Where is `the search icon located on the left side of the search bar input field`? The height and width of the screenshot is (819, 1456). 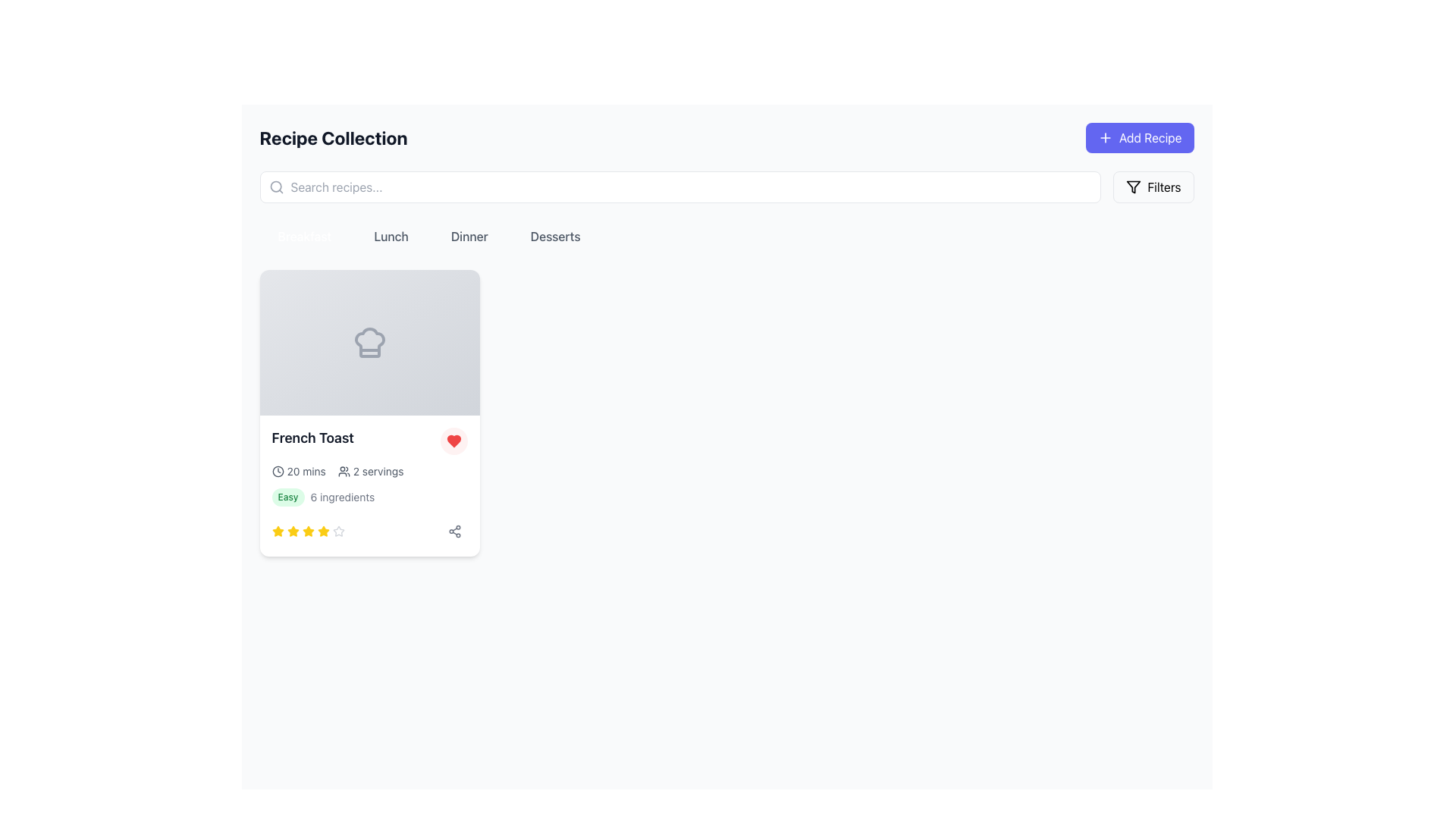
the search icon located on the left side of the search bar input field is located at coordinates (276, 186).